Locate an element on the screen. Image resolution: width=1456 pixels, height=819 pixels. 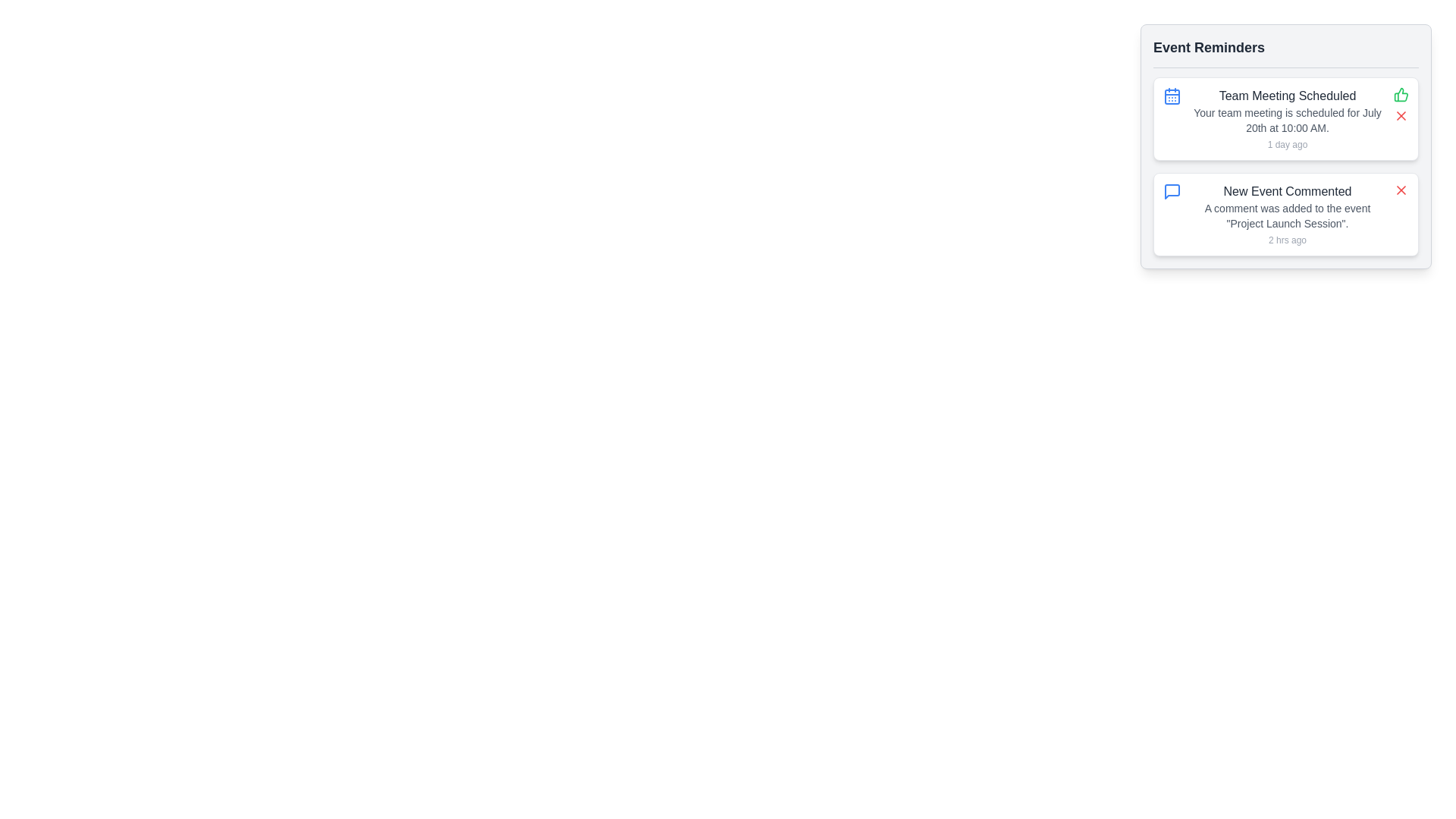
the static text display showing the timestamp for the team meeting notification located at the bottom of the 'Team Meeting Scheduled' card is located at coordinates (1287, 145).